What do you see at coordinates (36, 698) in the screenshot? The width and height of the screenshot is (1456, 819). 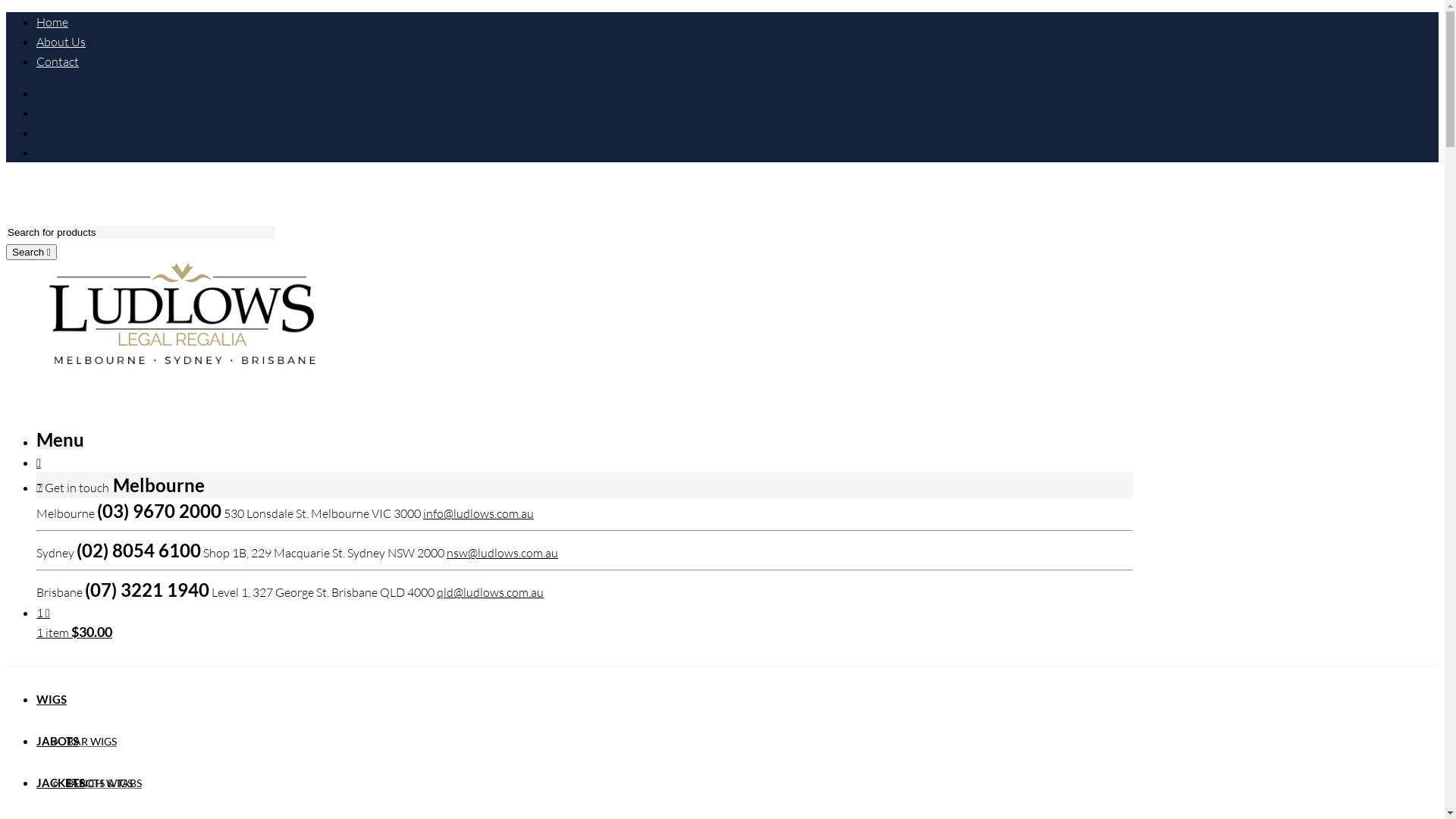 I see `'WIGS'` at bounding box center [36, 698].